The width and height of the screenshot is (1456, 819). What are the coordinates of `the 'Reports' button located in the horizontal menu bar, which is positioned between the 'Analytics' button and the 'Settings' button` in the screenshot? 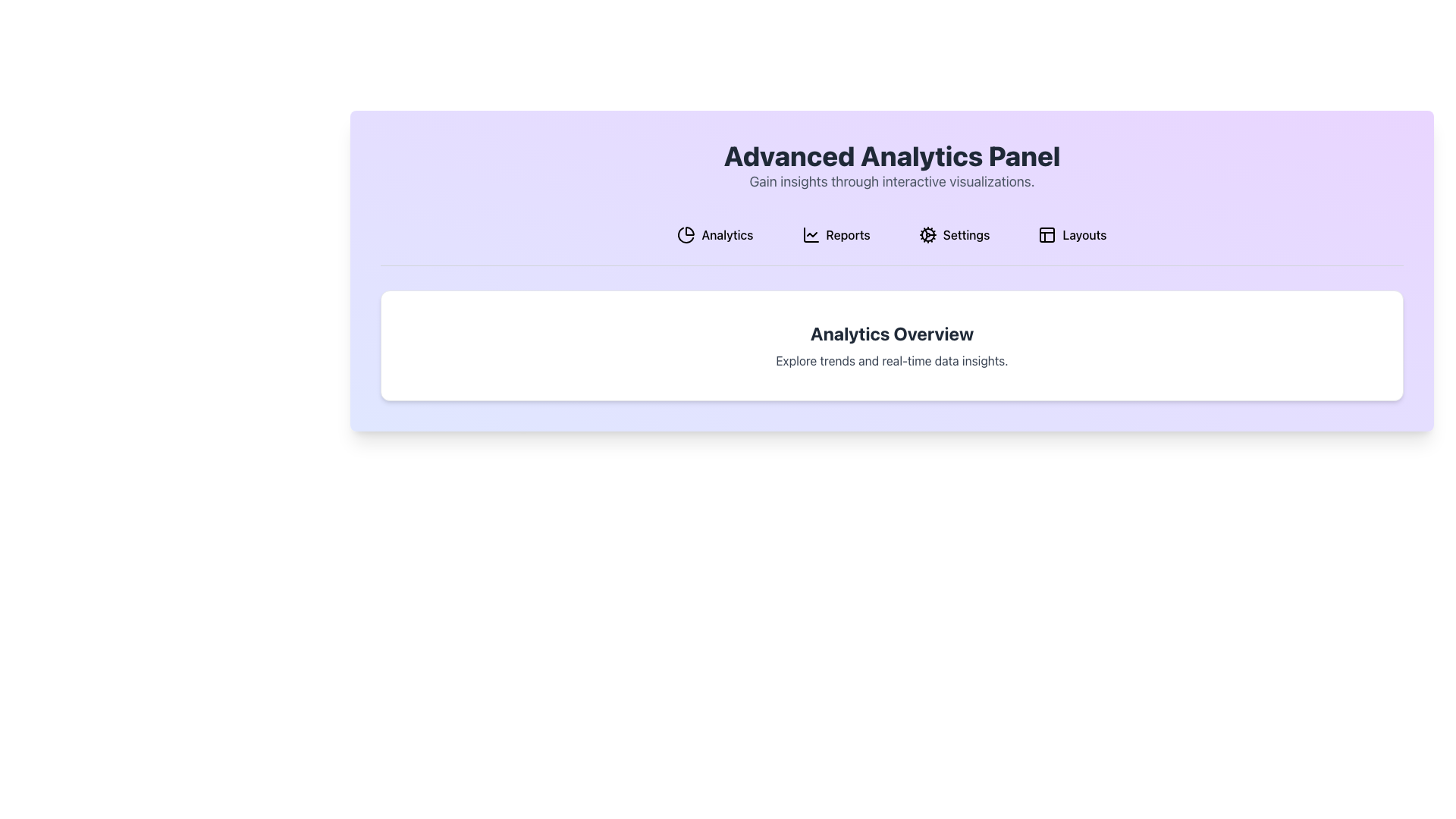 It's located at (835, 234).